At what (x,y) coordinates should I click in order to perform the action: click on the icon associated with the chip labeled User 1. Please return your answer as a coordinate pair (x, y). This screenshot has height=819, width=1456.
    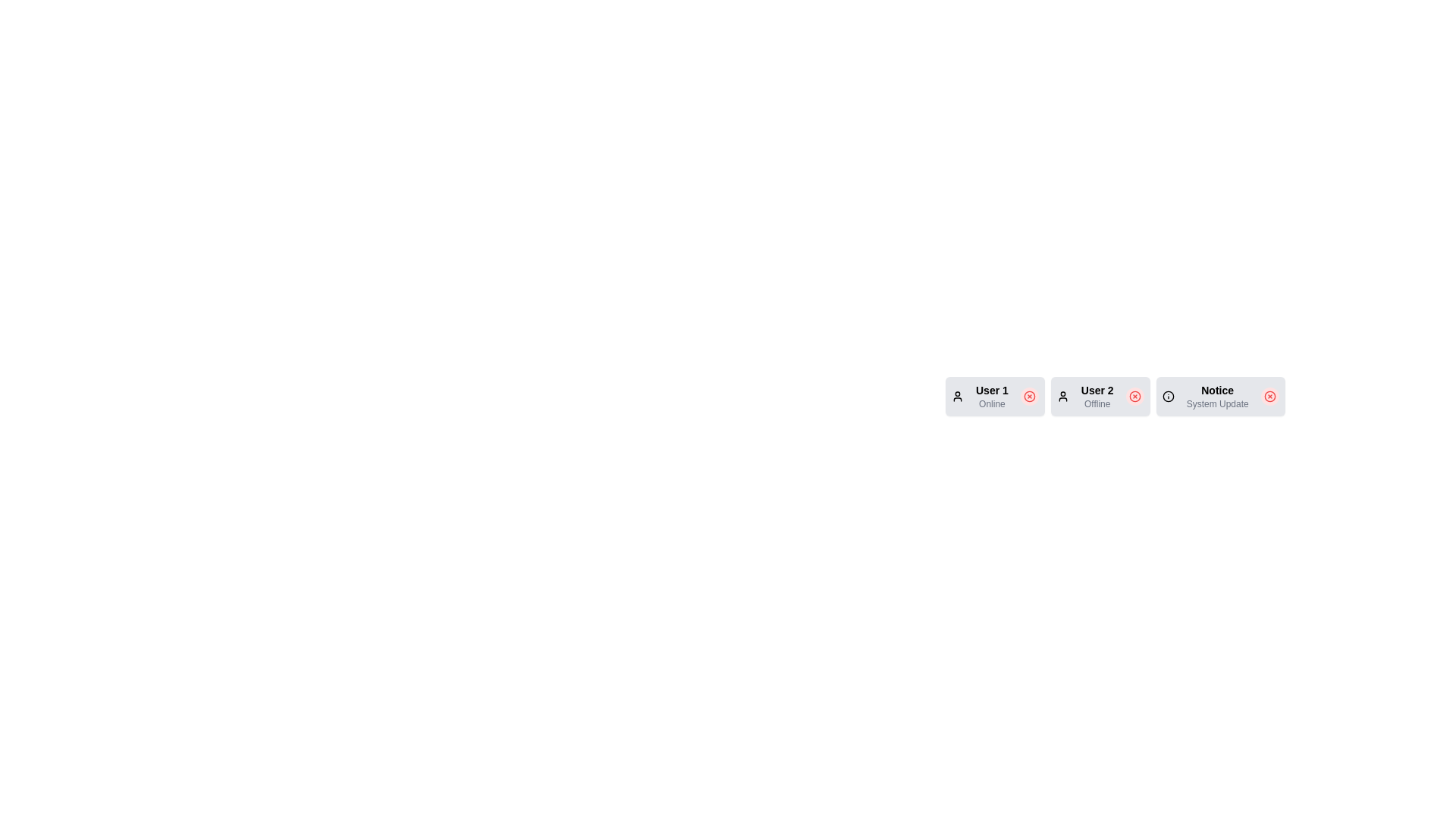
    Looking at the image, I should click on (956, 396).